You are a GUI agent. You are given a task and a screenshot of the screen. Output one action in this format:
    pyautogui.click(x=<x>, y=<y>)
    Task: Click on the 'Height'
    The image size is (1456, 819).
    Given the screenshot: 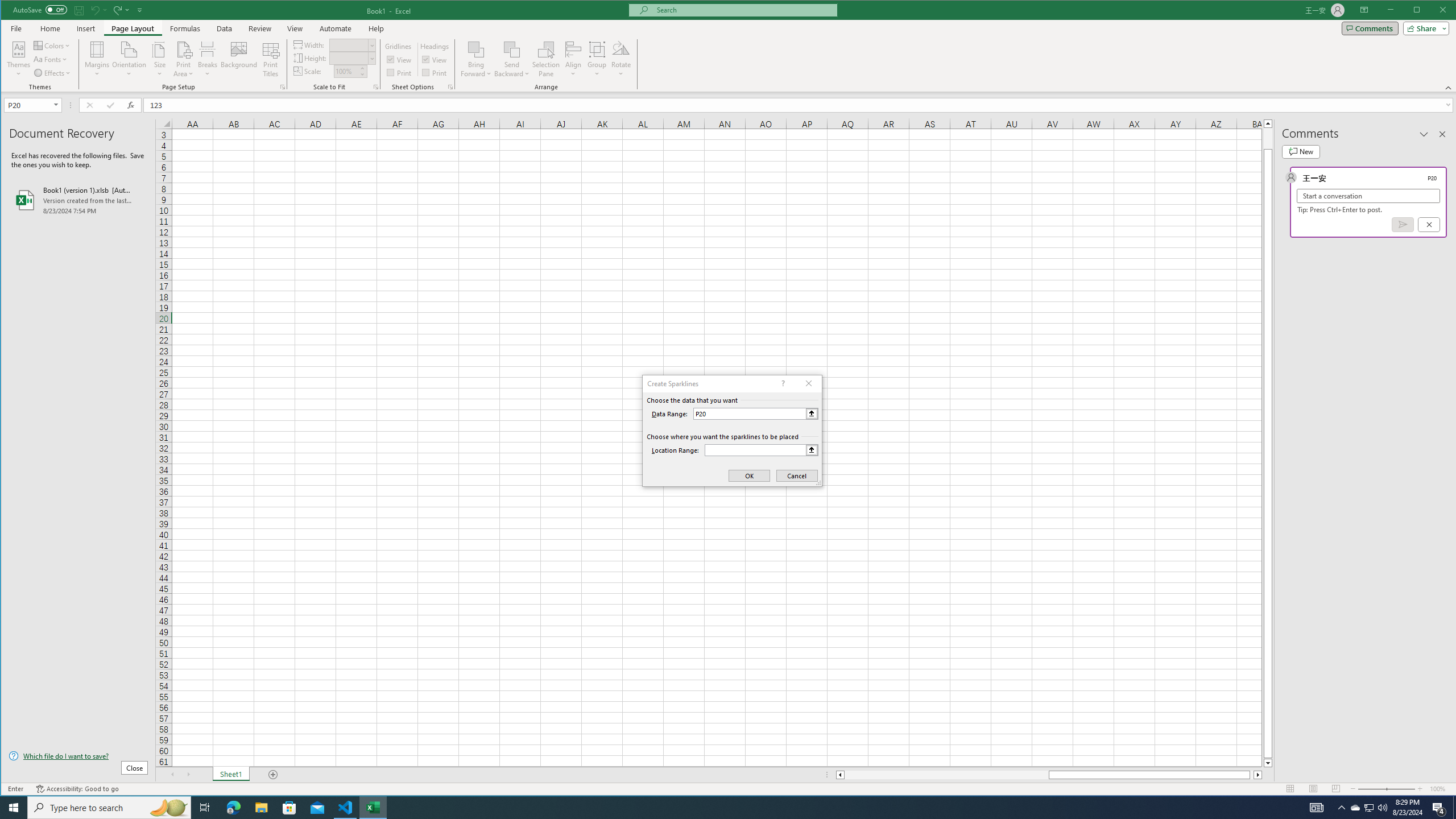 What is the action you would take?
    pyautogui.click(x=349, y=58)
    